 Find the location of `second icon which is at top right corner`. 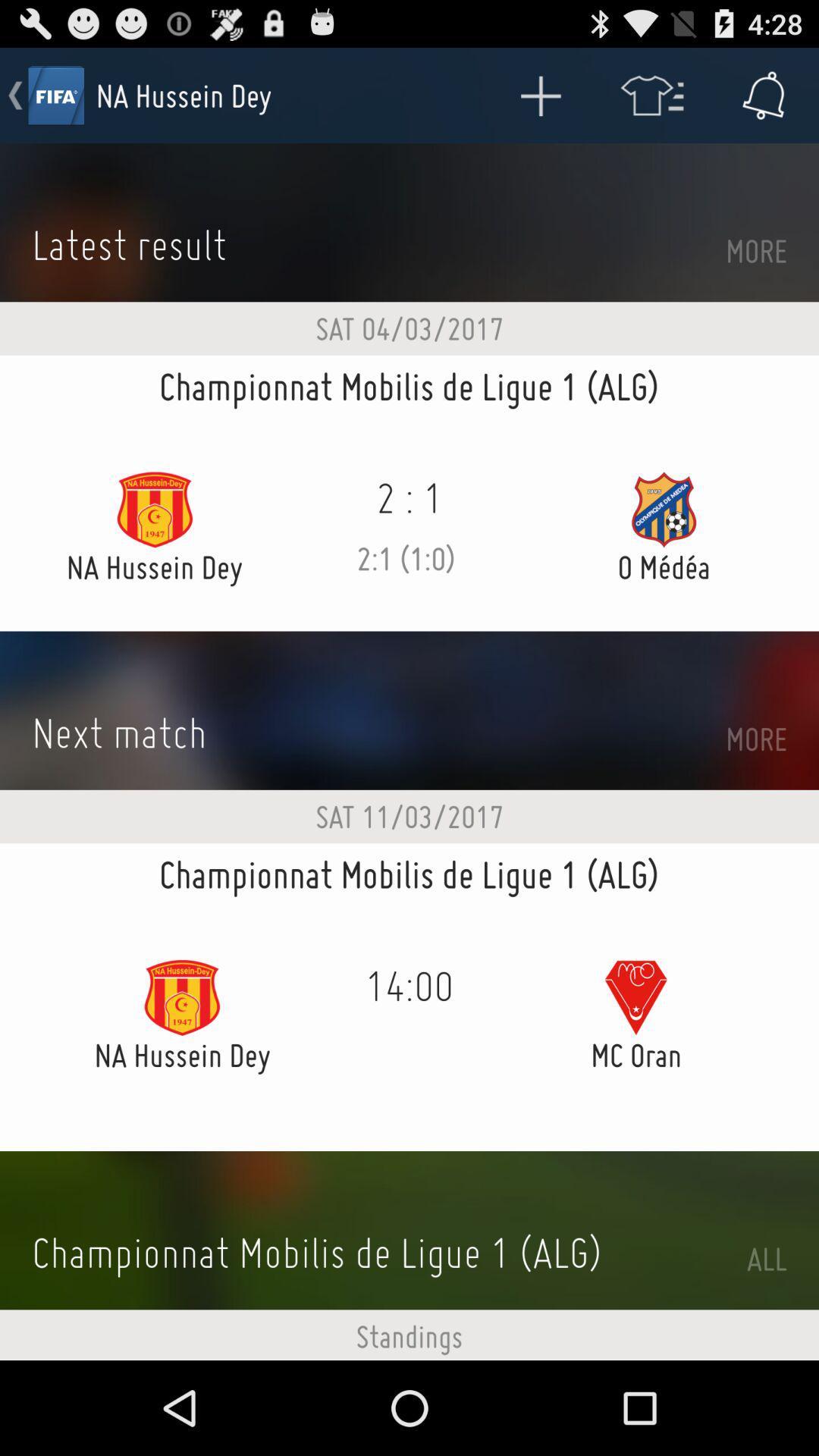

second icon which is at top right corner is located at coordinates (651, 94).